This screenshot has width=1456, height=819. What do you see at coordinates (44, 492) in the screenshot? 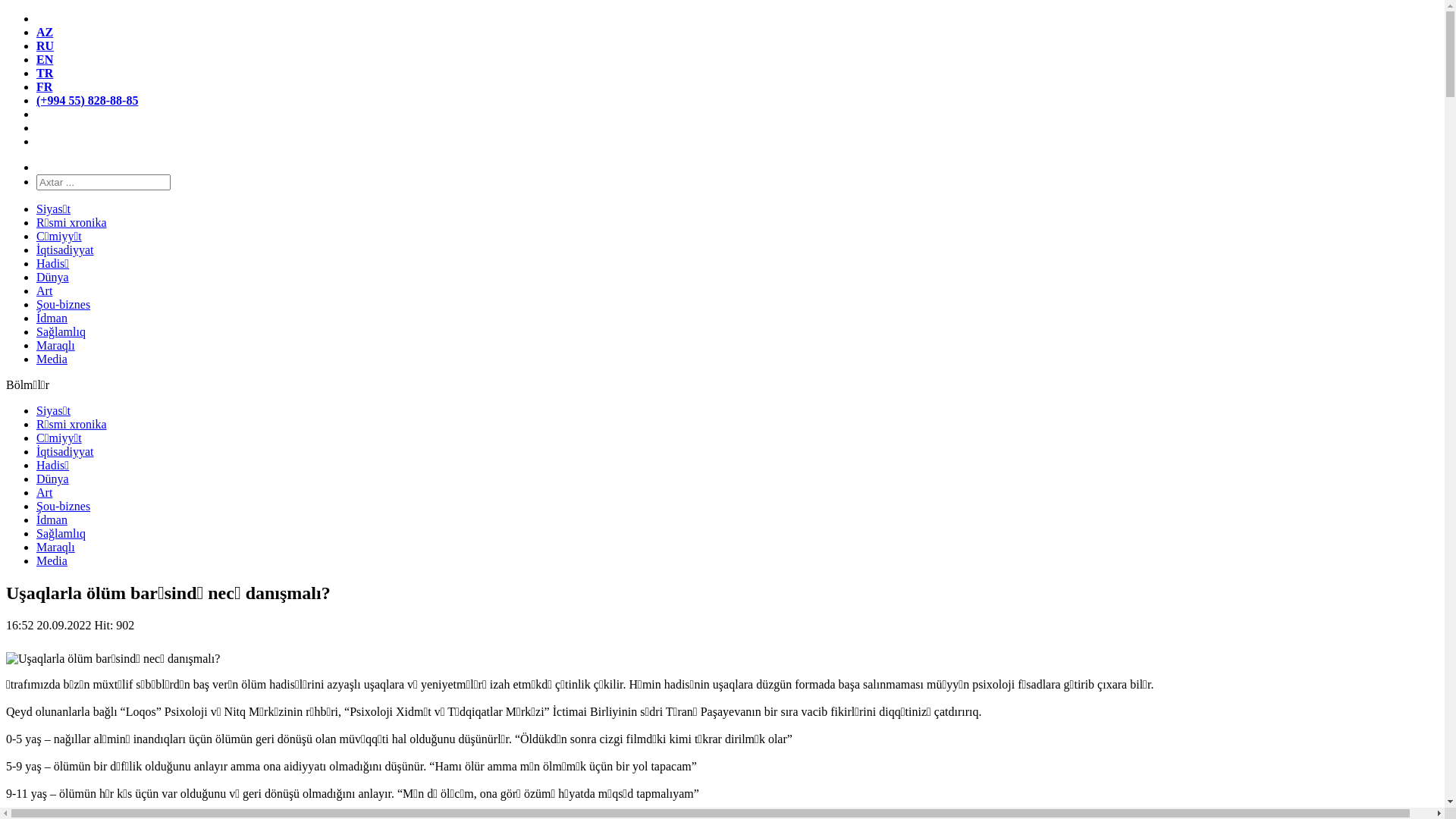
I see `'Art'` at bounding box center [44, 492].